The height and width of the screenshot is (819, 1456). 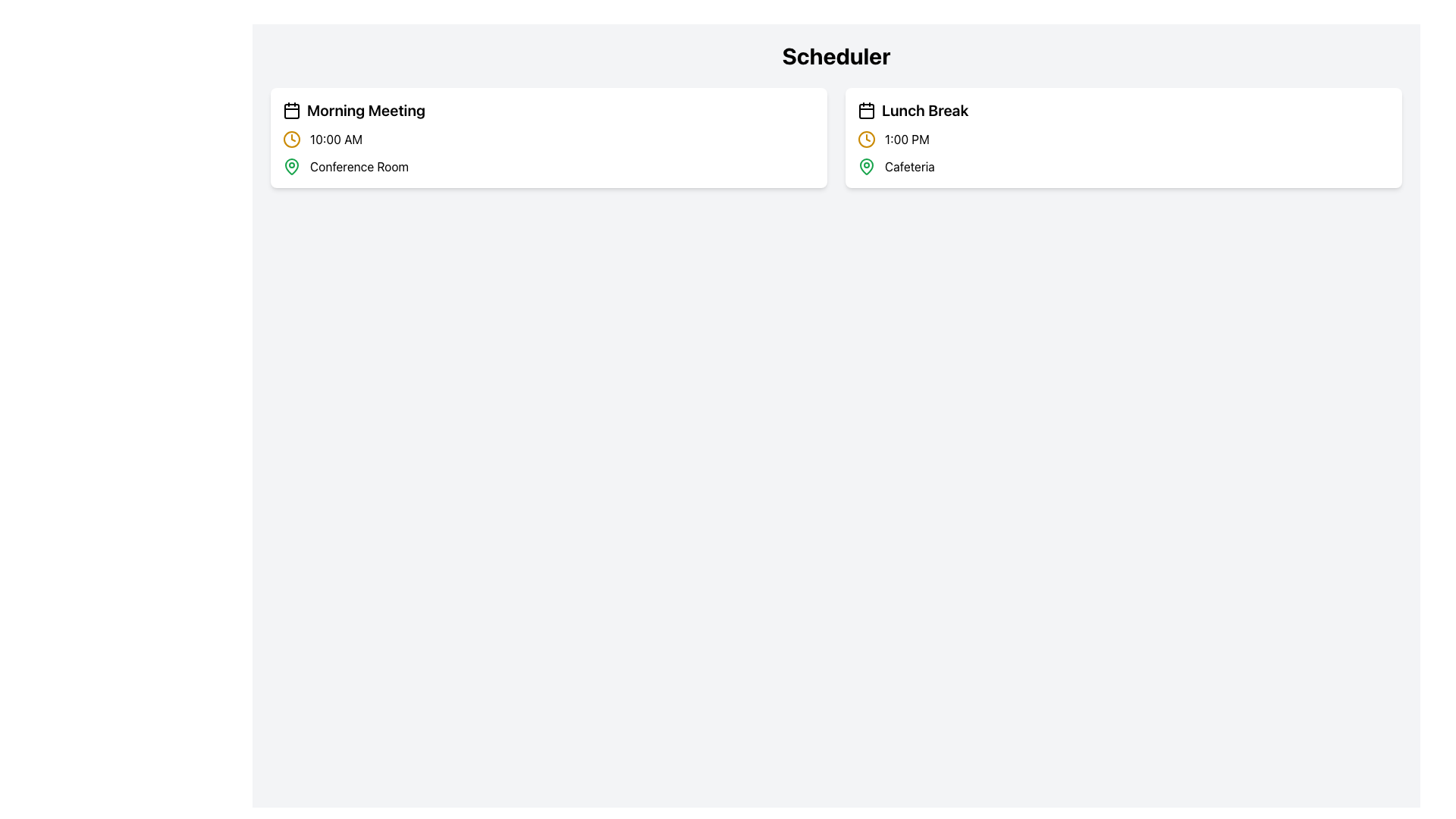 I want to click on the Information Card displaying 'Morning Meeting' with icons for a calendar, clock, and location pin, located in the top-left section of the grid layout, so click(x=548, y=137).